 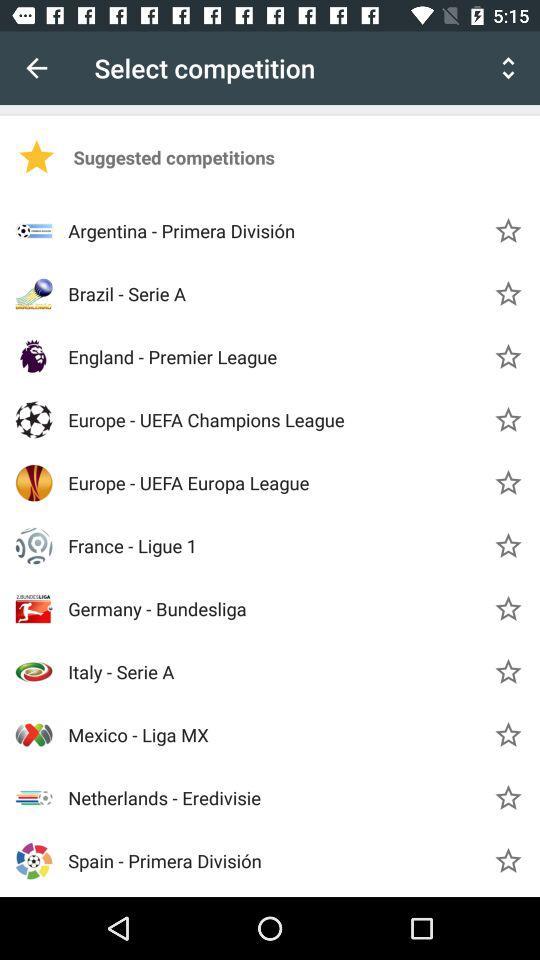 I want to click on icon next to select competition, so click(x=36, y=68).